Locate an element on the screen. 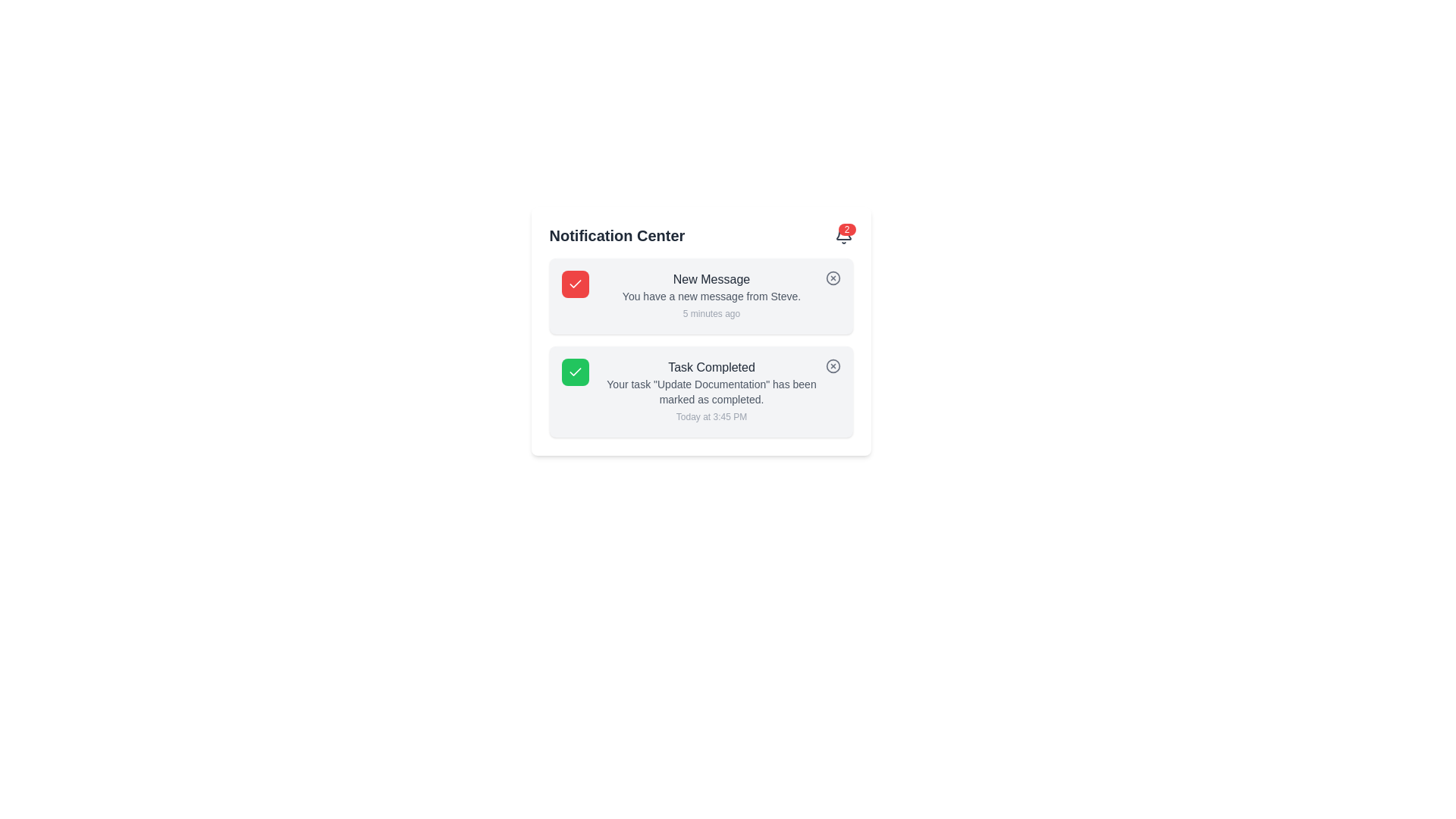 This screenshot has height=819, width=1456. the Text label that serves as a title for the Notification Center section, located at the top-left of the notification section, next to the notification count and icon is located at coordinates (617, 236).